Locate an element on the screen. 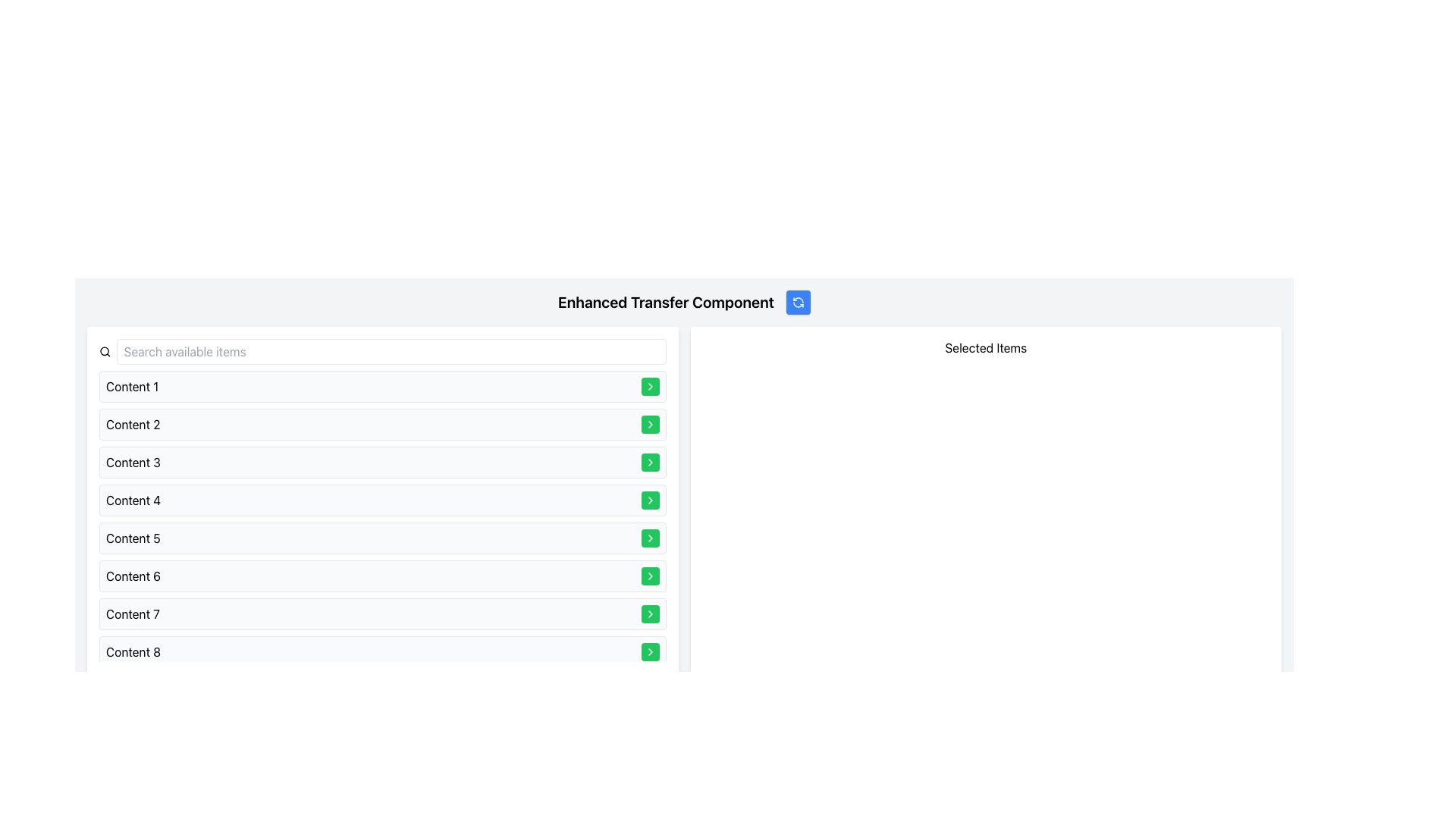 The width and height of the screenshot is (1456, 819). the arrow icon located within the green button for navigating or moving items, positioned in the same row as 'Content 8' in the left panel is located at coordinates (650, 500).